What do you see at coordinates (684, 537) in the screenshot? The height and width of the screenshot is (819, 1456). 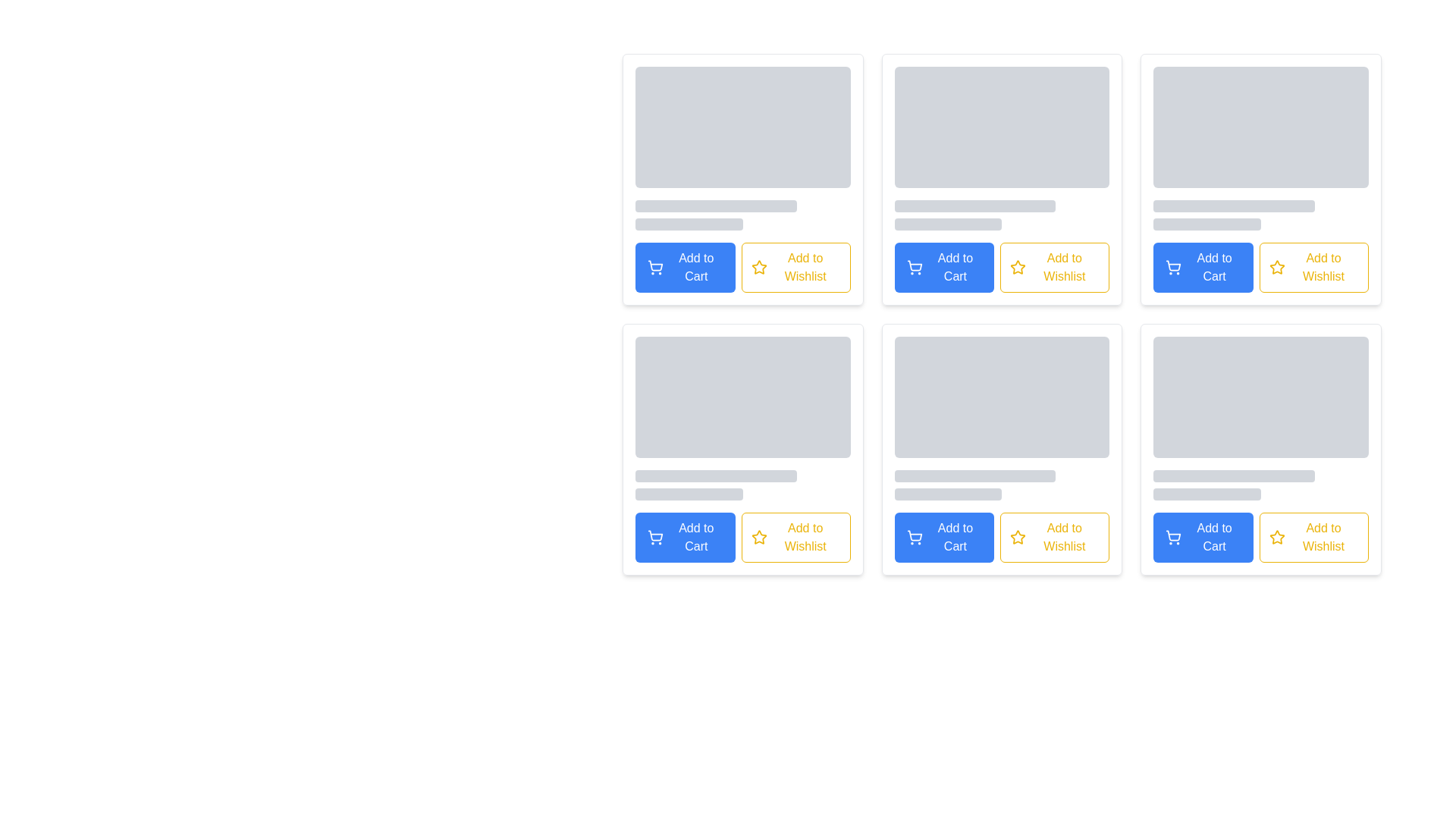 I see `the 'Add` at bounding box center [684, 537].